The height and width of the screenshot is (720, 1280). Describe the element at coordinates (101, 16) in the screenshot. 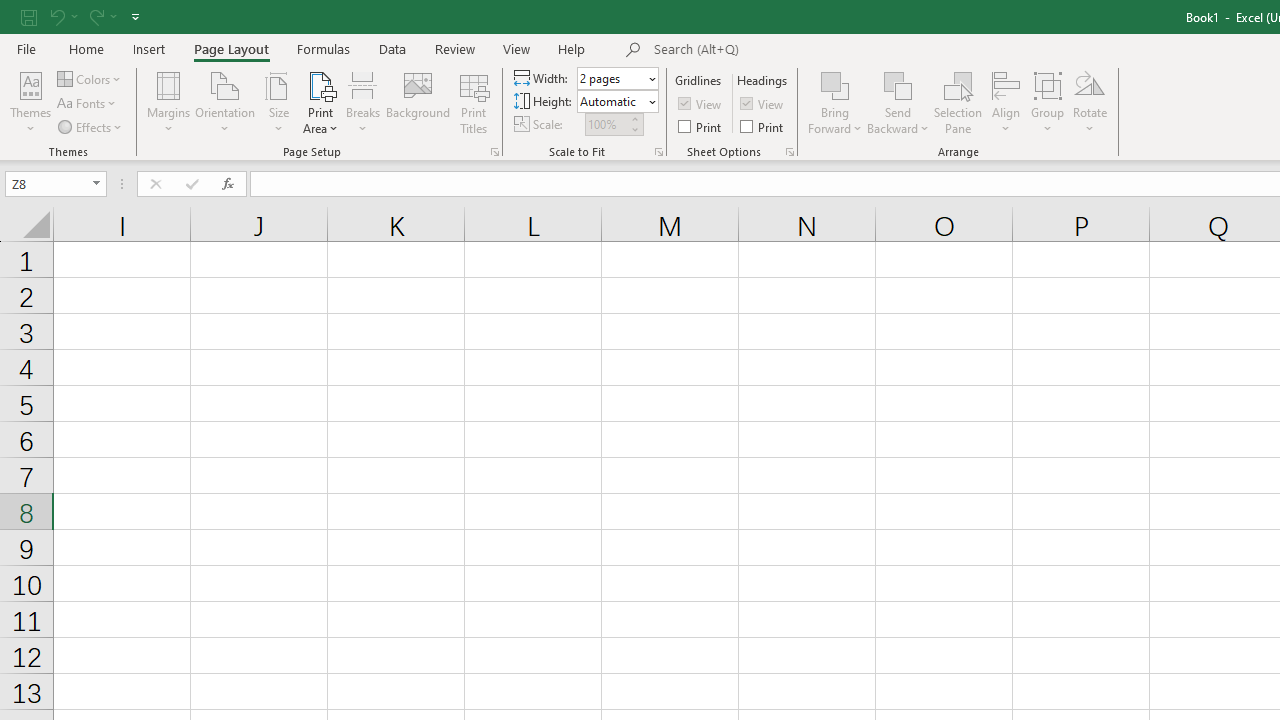

I see `'Redo'` at that location.